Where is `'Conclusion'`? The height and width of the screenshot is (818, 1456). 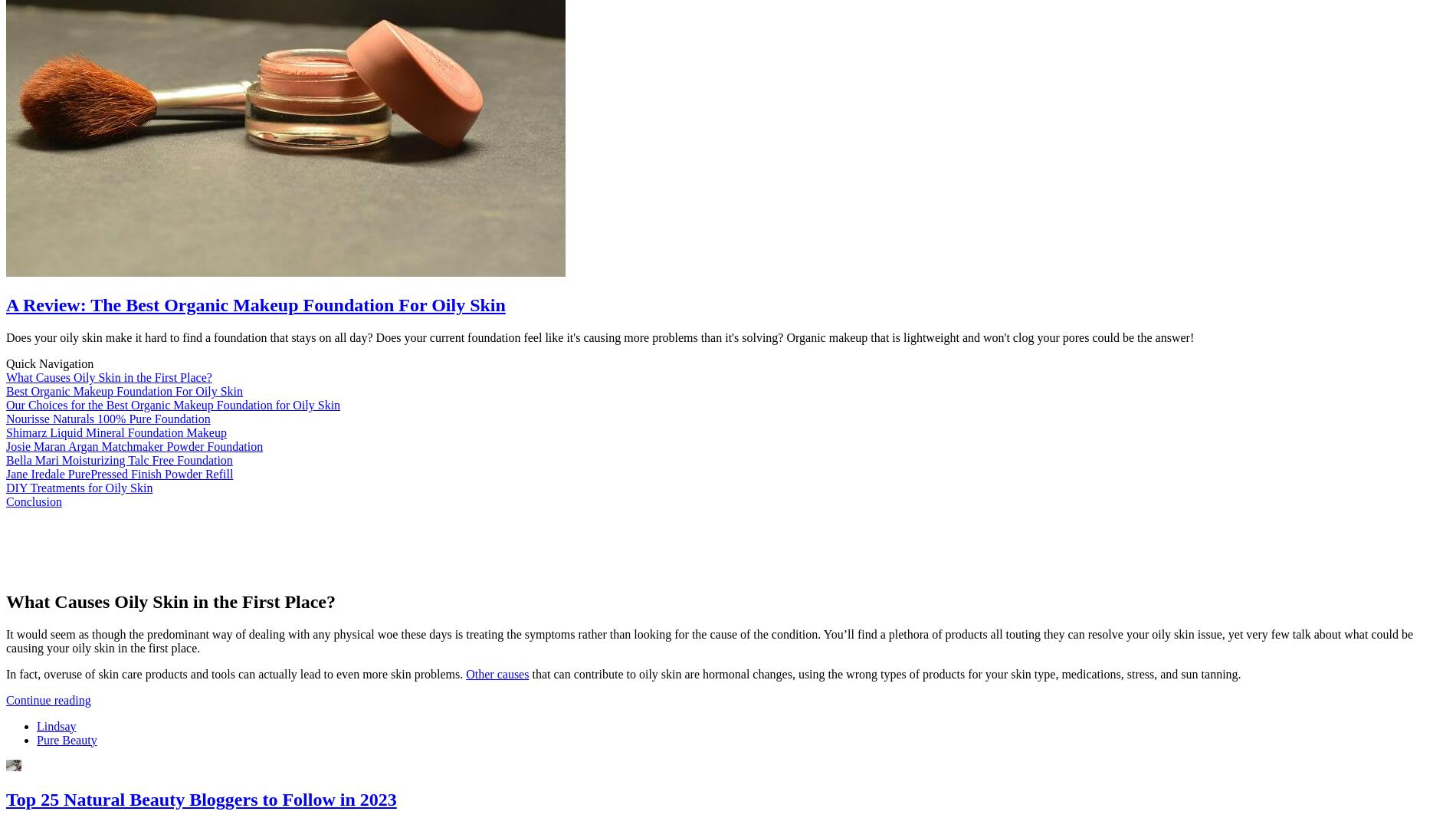 'Conclusion' is located at coordinates (34, 501).